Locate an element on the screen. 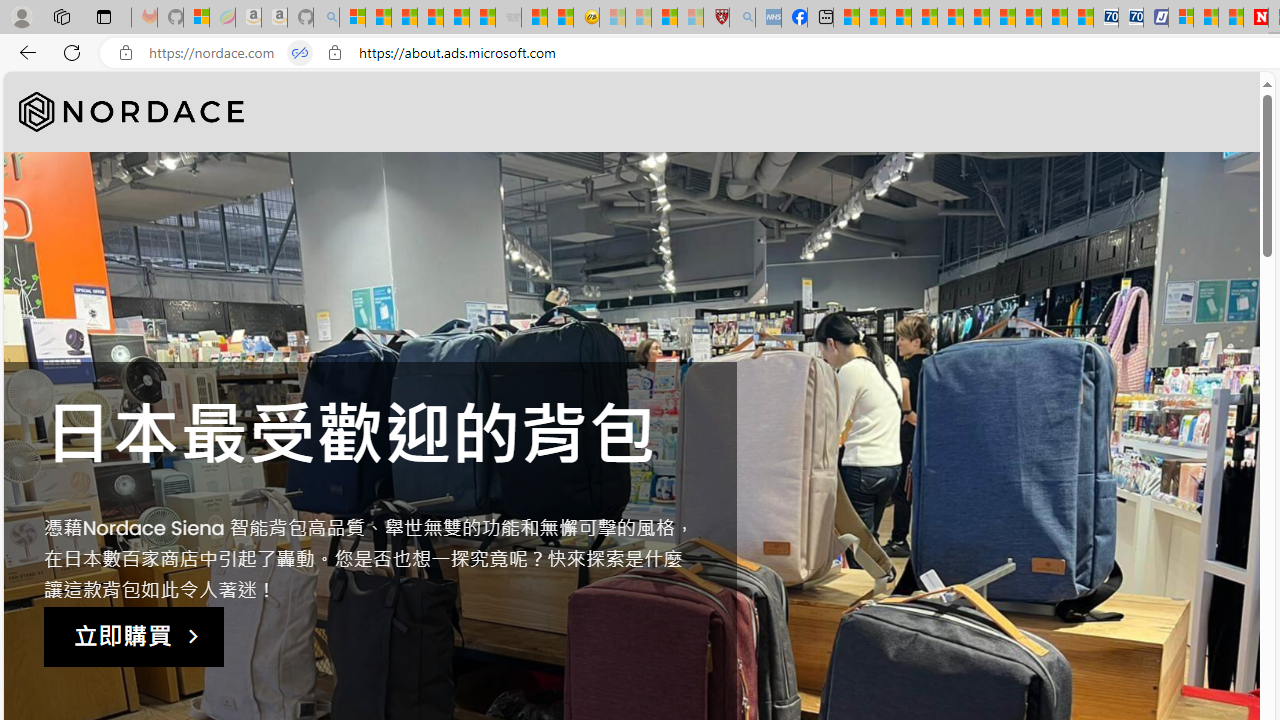 The image size is (1280, 720). 'Cheap Car Rentals - Save70.com' is located at coordinates (1104, 17).